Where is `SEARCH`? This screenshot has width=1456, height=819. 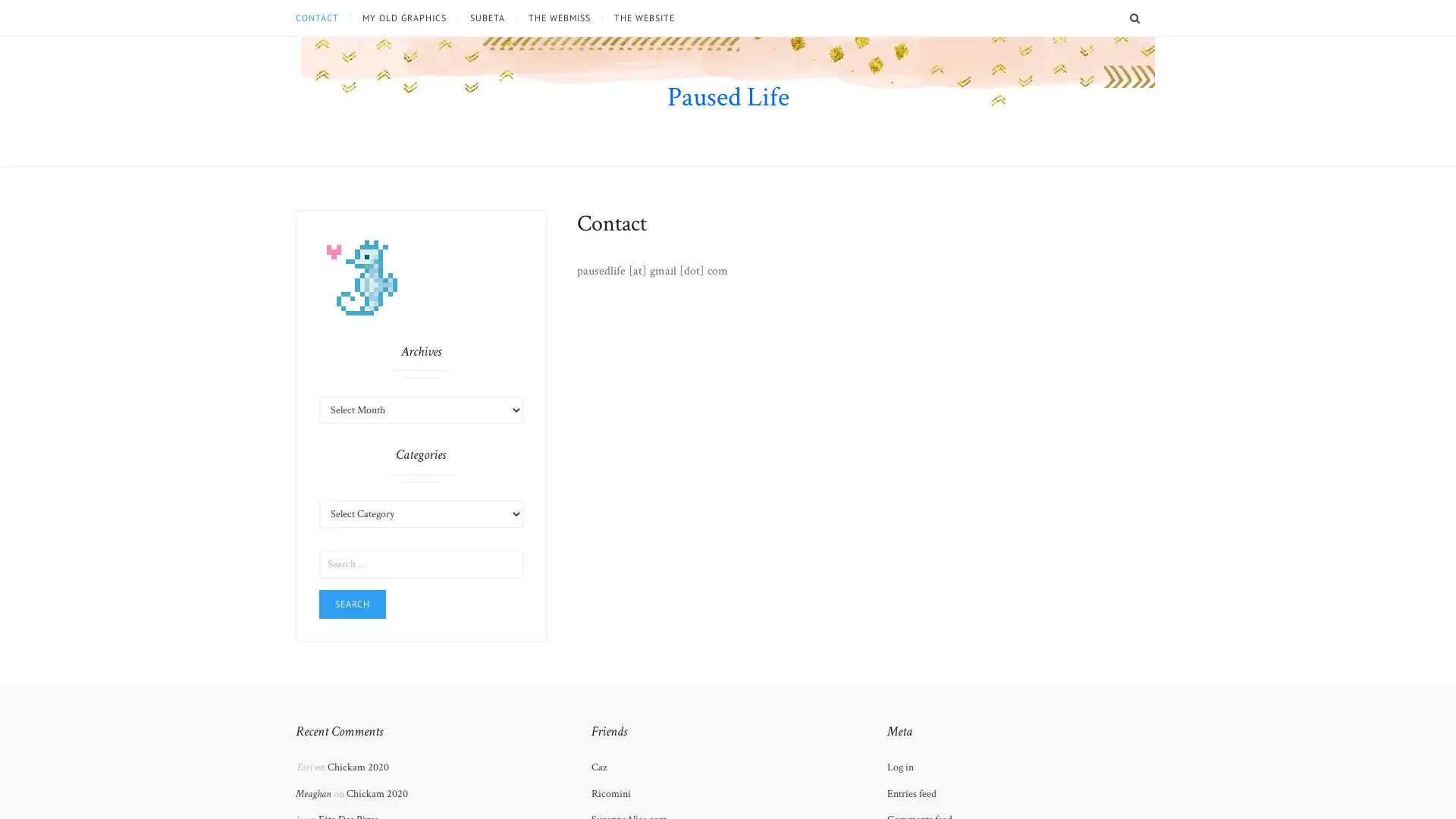 SEARCH is located at coordinates (1150, 17).